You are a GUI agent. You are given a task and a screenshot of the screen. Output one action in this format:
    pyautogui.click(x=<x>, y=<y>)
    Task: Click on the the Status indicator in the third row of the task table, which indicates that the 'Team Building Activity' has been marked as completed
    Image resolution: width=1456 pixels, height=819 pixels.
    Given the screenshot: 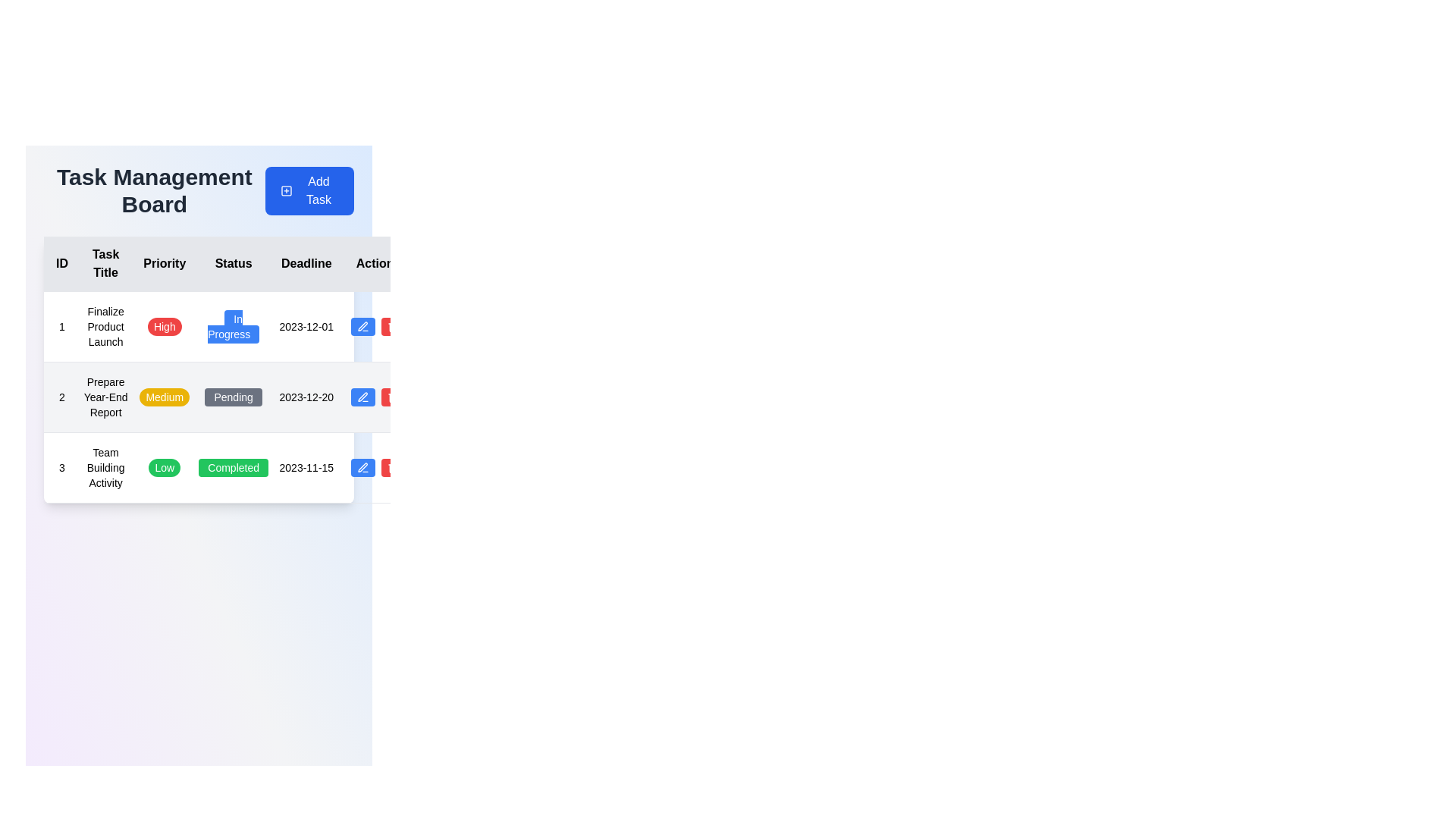 What is the action you would take?
    pyautogui.click(x=233, y=467)
    